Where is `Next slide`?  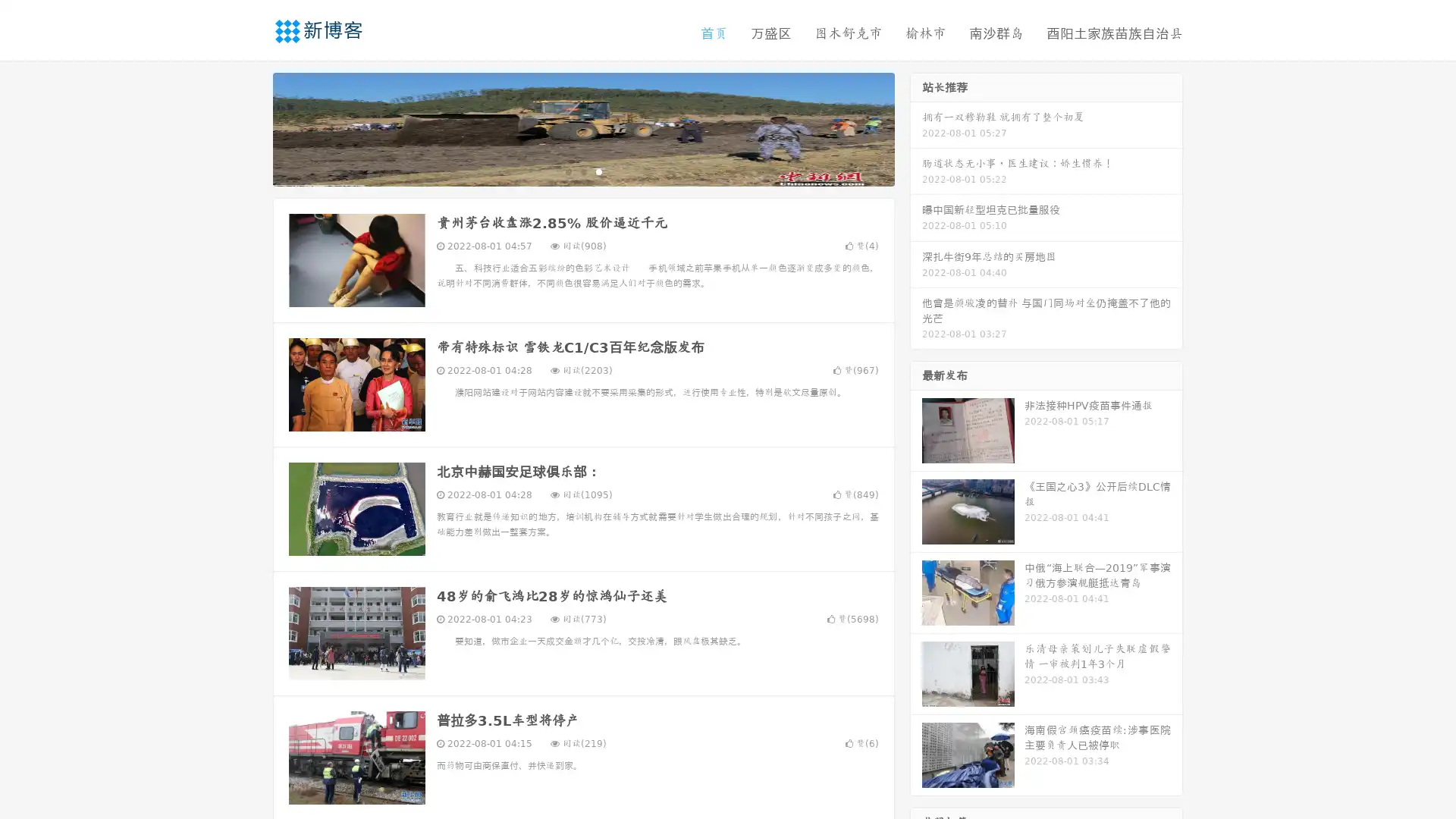 Next slide is located at coordinates (916, 127).